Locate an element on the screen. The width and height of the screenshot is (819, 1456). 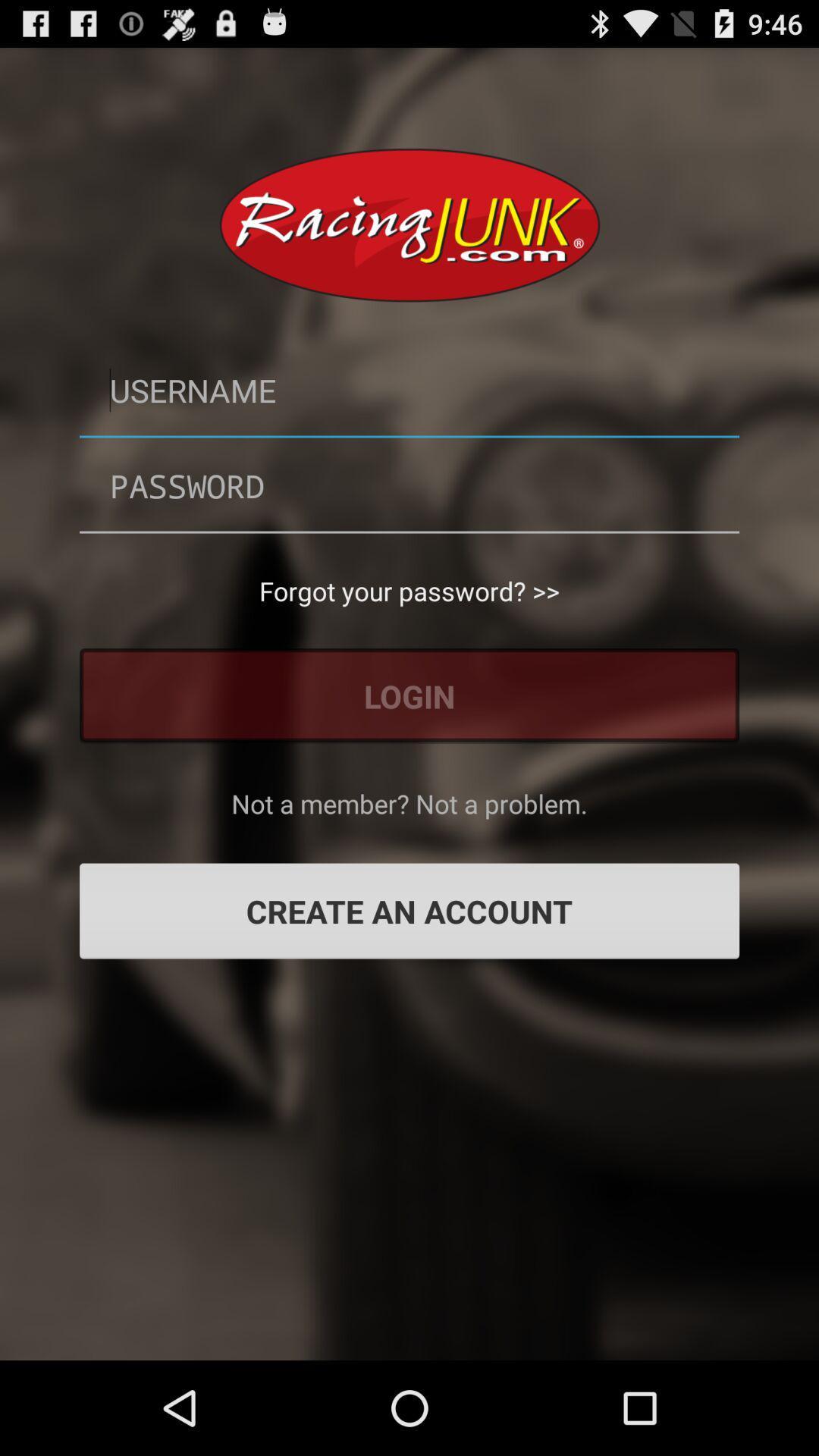
create an account is located at coordinates (409, 910).